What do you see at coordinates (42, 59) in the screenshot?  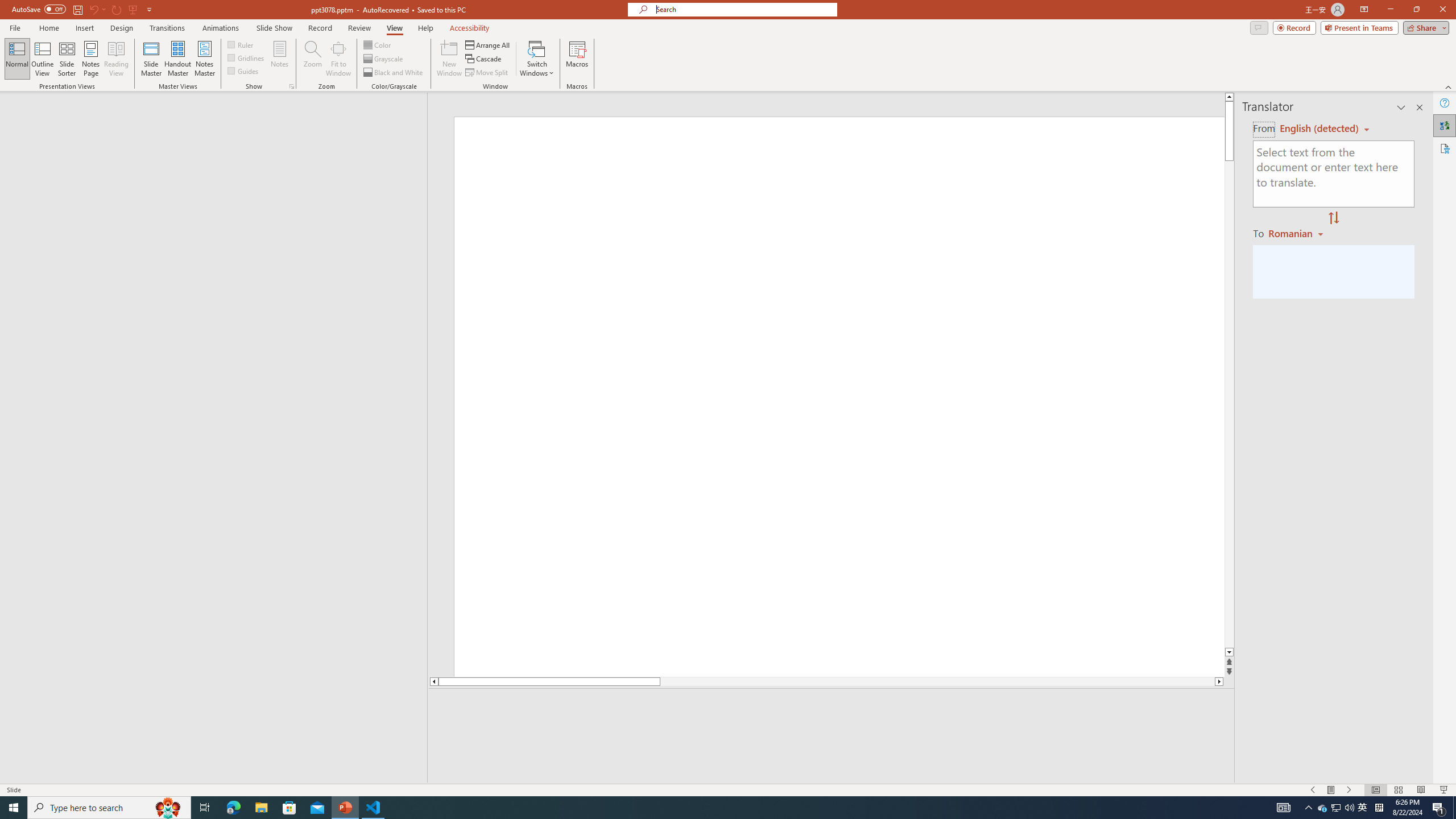 I see `'Outline View'` at bounding box center [42, 59].